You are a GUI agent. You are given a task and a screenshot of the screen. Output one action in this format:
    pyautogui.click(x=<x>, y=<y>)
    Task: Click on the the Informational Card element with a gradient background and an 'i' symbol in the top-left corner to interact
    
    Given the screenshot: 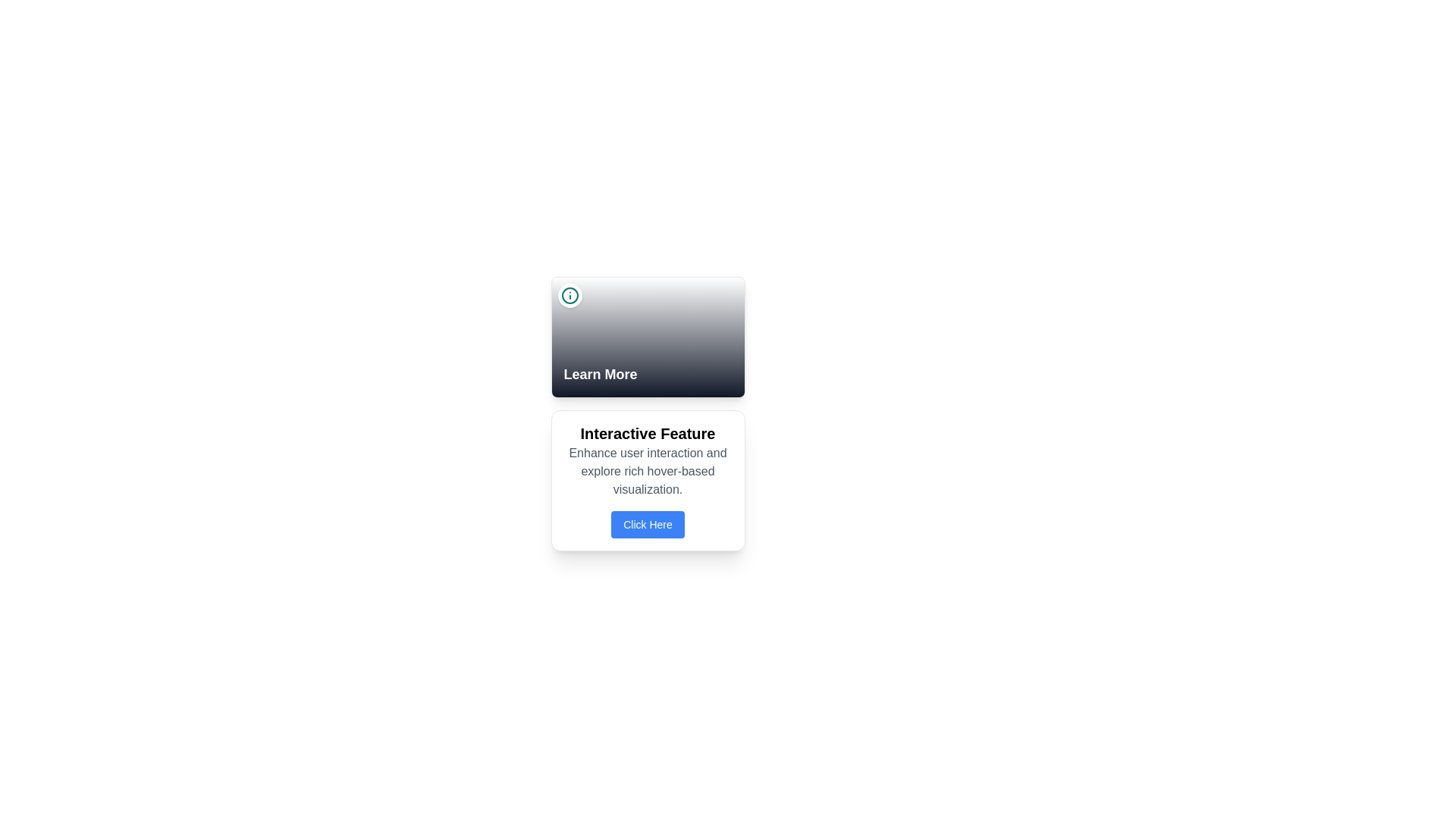 What is the action you would take?
    pyautogui.click(x=648, y=336)
    